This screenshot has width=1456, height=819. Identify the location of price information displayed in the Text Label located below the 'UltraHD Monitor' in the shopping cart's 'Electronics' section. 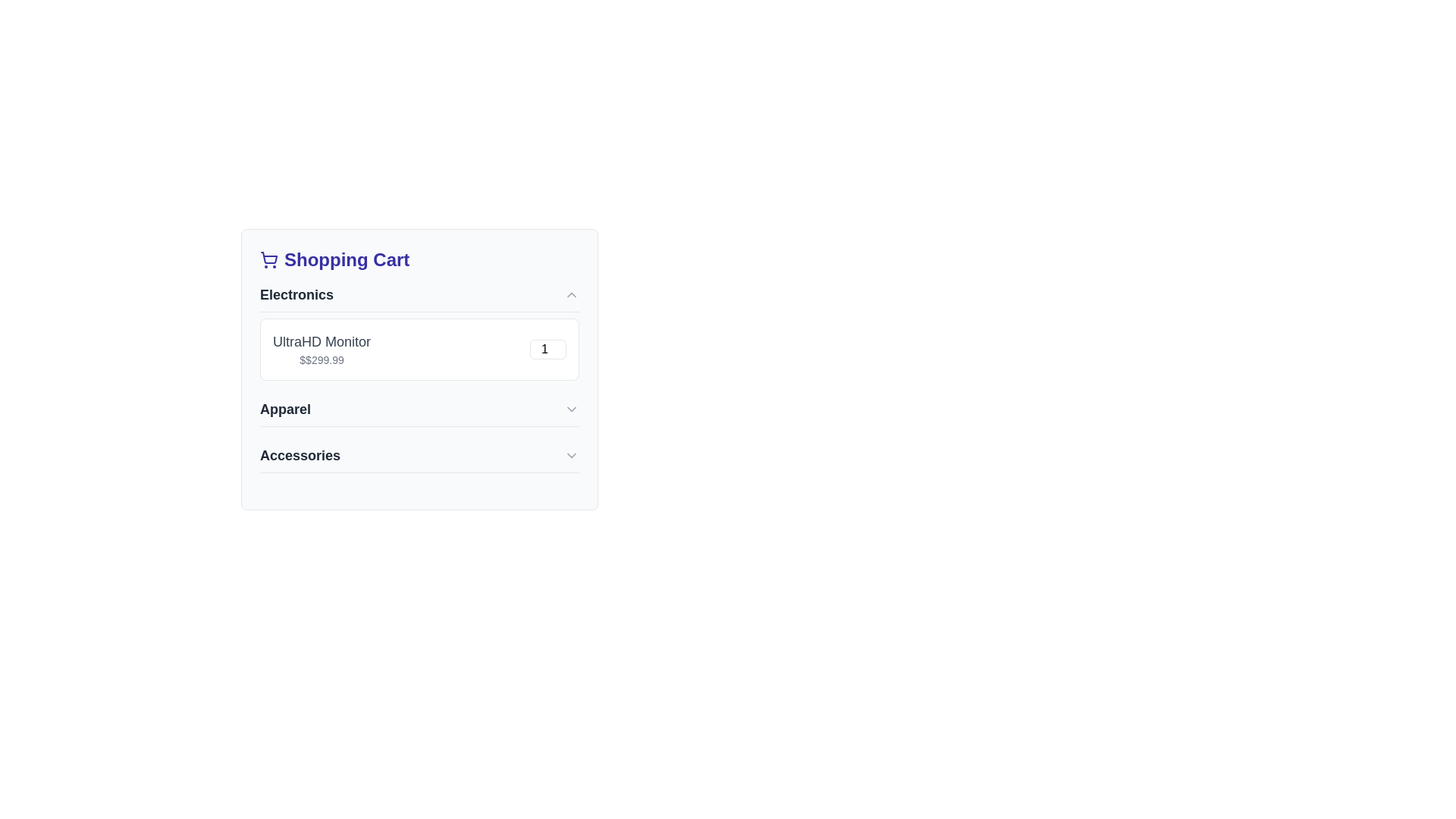
(321, 359).